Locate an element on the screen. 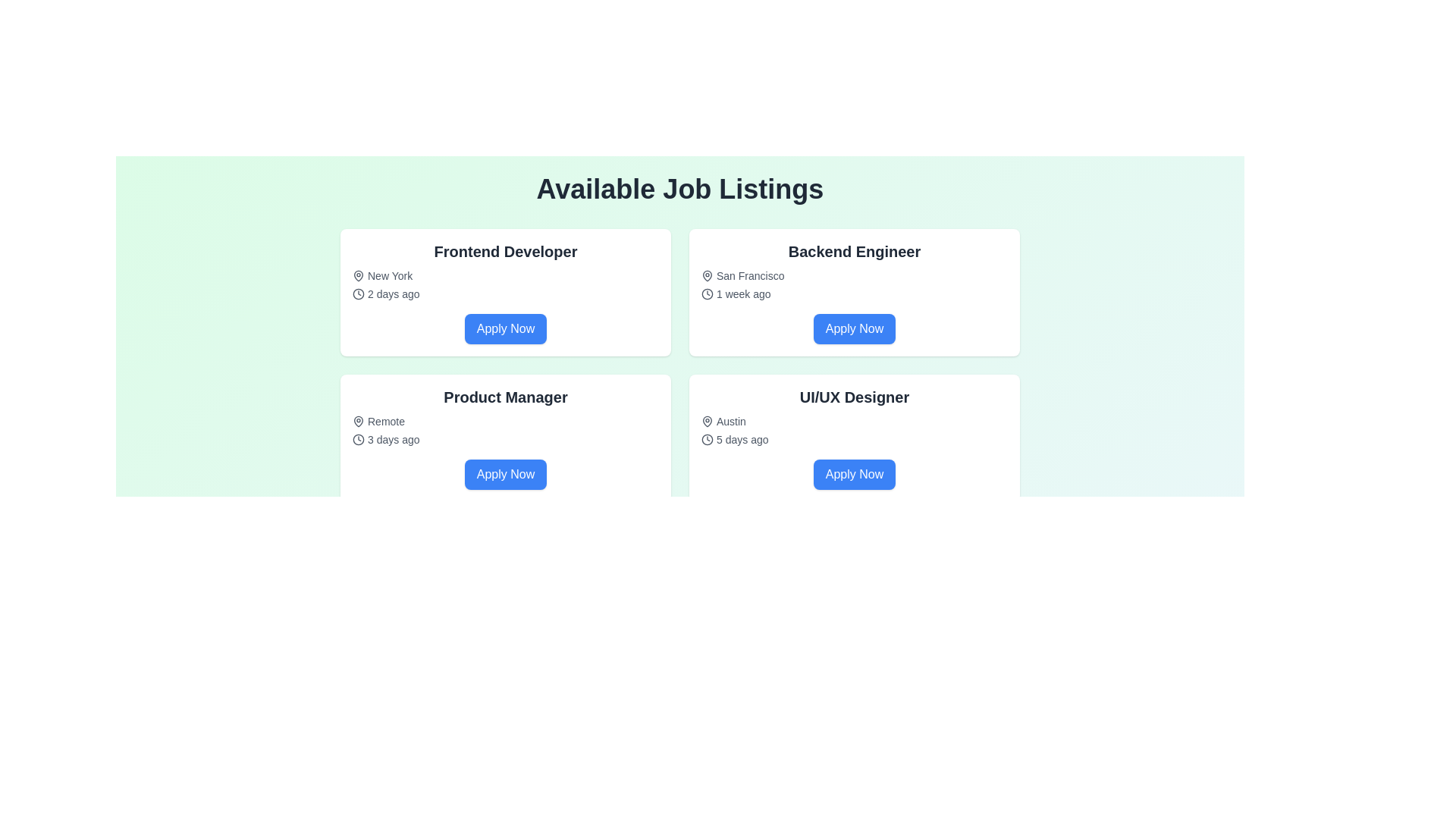 The image size is (1456, 819). the small pin-shaped geographical marker icon located to the left of the 'New York' text in the job listing for 'Frontend Developer' is located at coordinates (358, 275).